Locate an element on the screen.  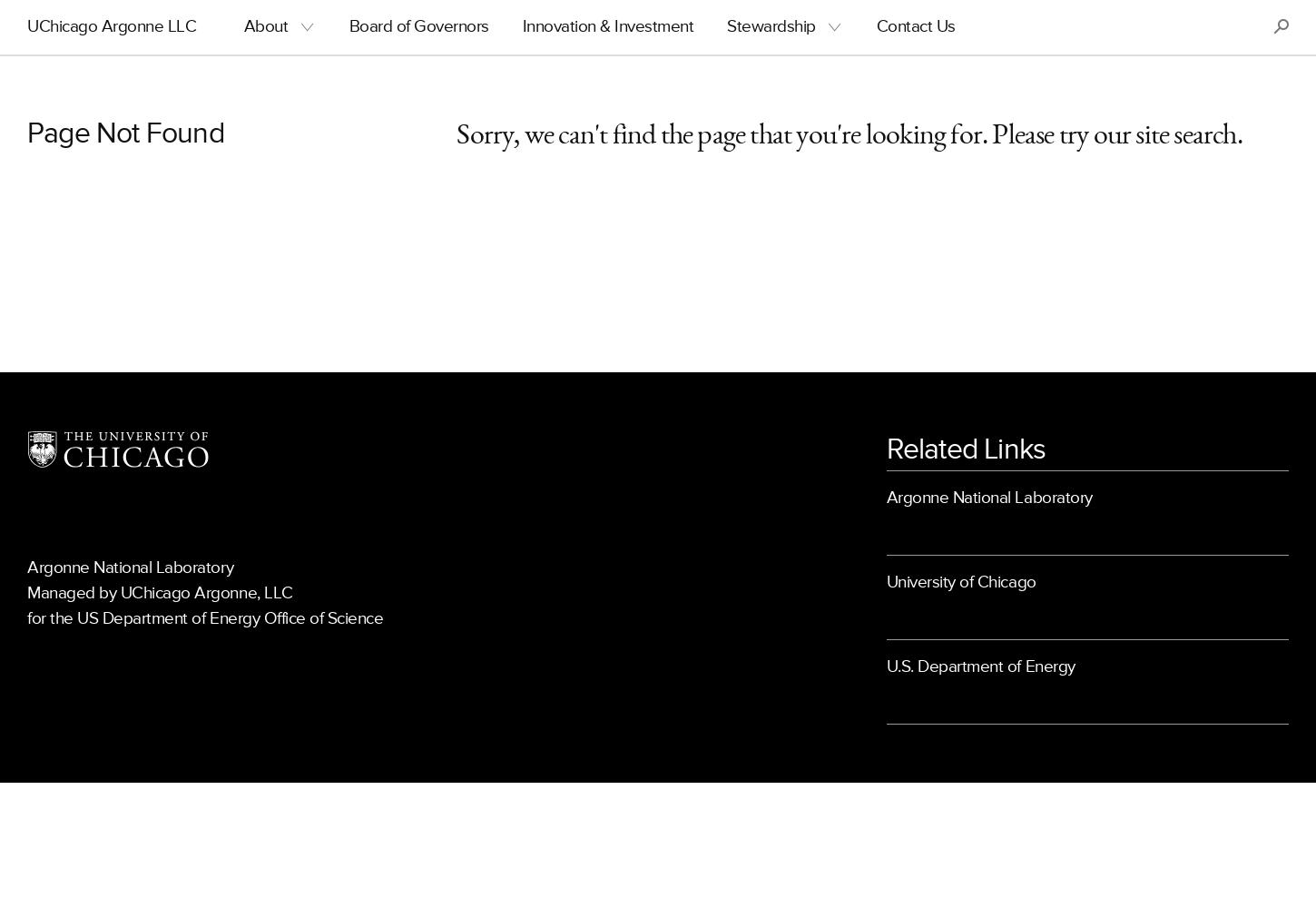
'UChicago Argonne LLC' is located at coordinates (110, 26).